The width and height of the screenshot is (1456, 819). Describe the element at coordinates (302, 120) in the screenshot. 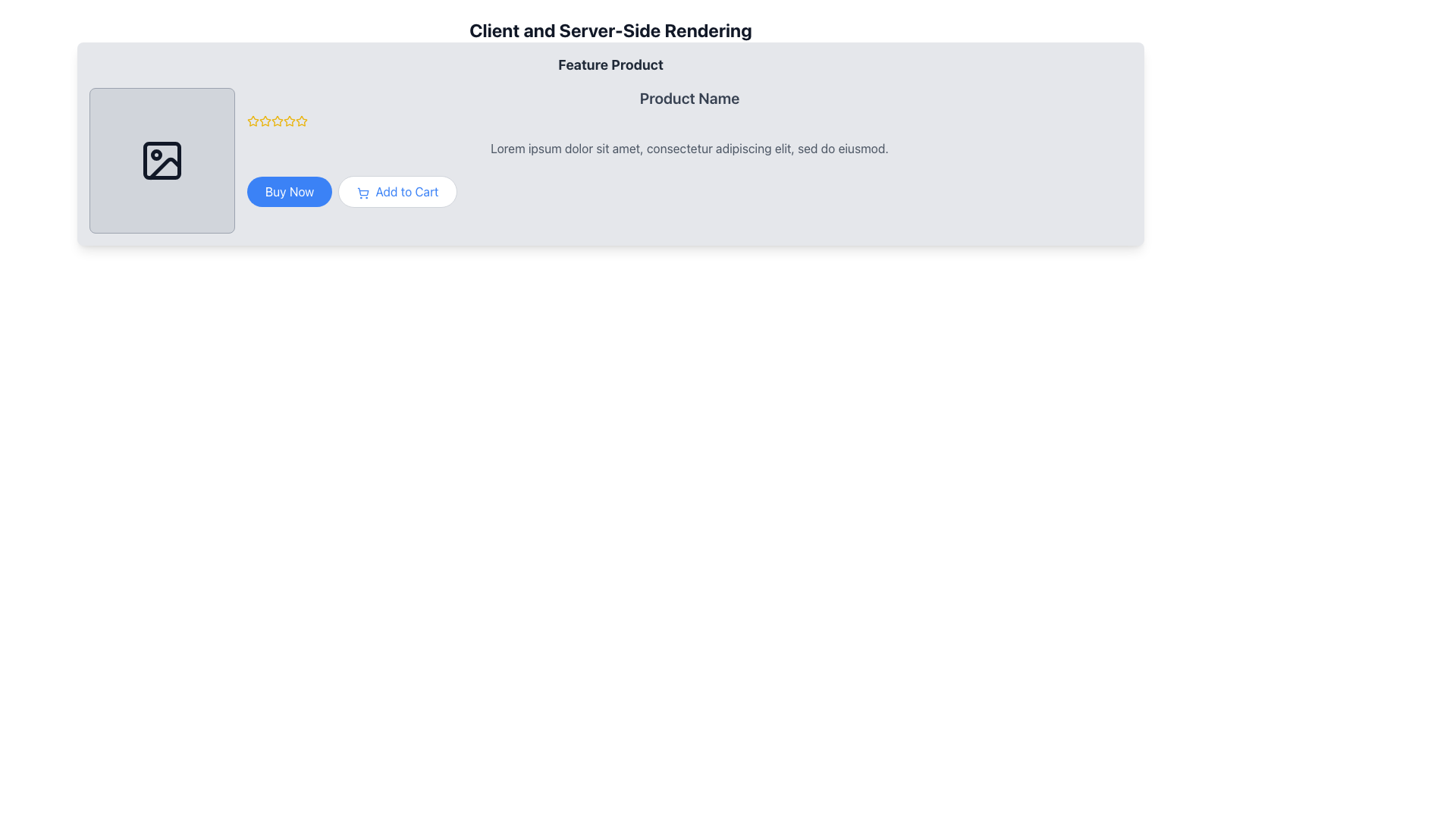

I see `the last yellow star icon in a horizontal row of five stars, located to the left of the 'Buy Now' button` at that location.